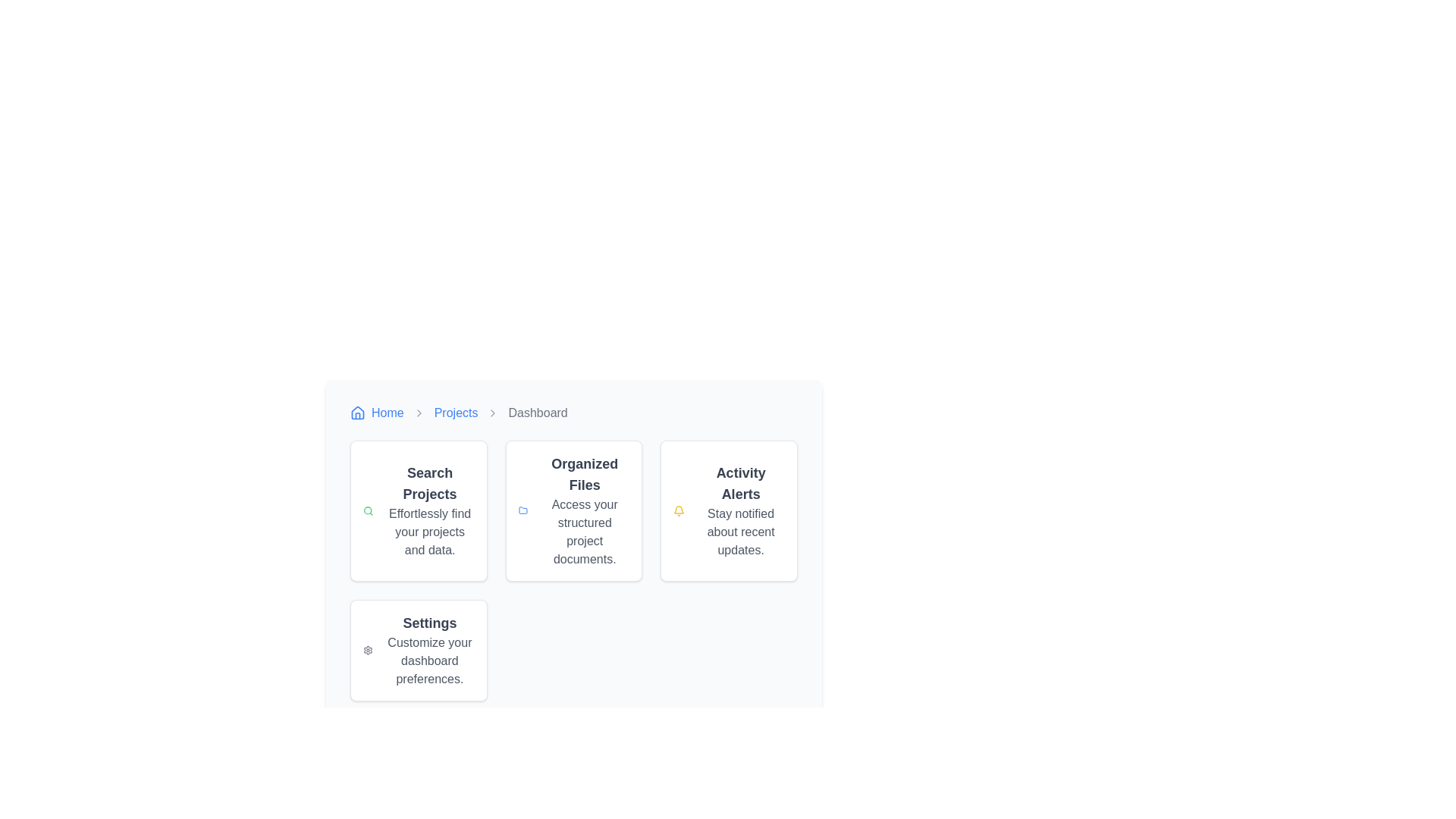 The image size is (1456, 819). Describe the element at coordinates (377, 413) in the screenshot. I see `the 'Home' link in the top-left segment of the breadcrumb navigation bar, which features blue text and a house icon to the left` at that location.